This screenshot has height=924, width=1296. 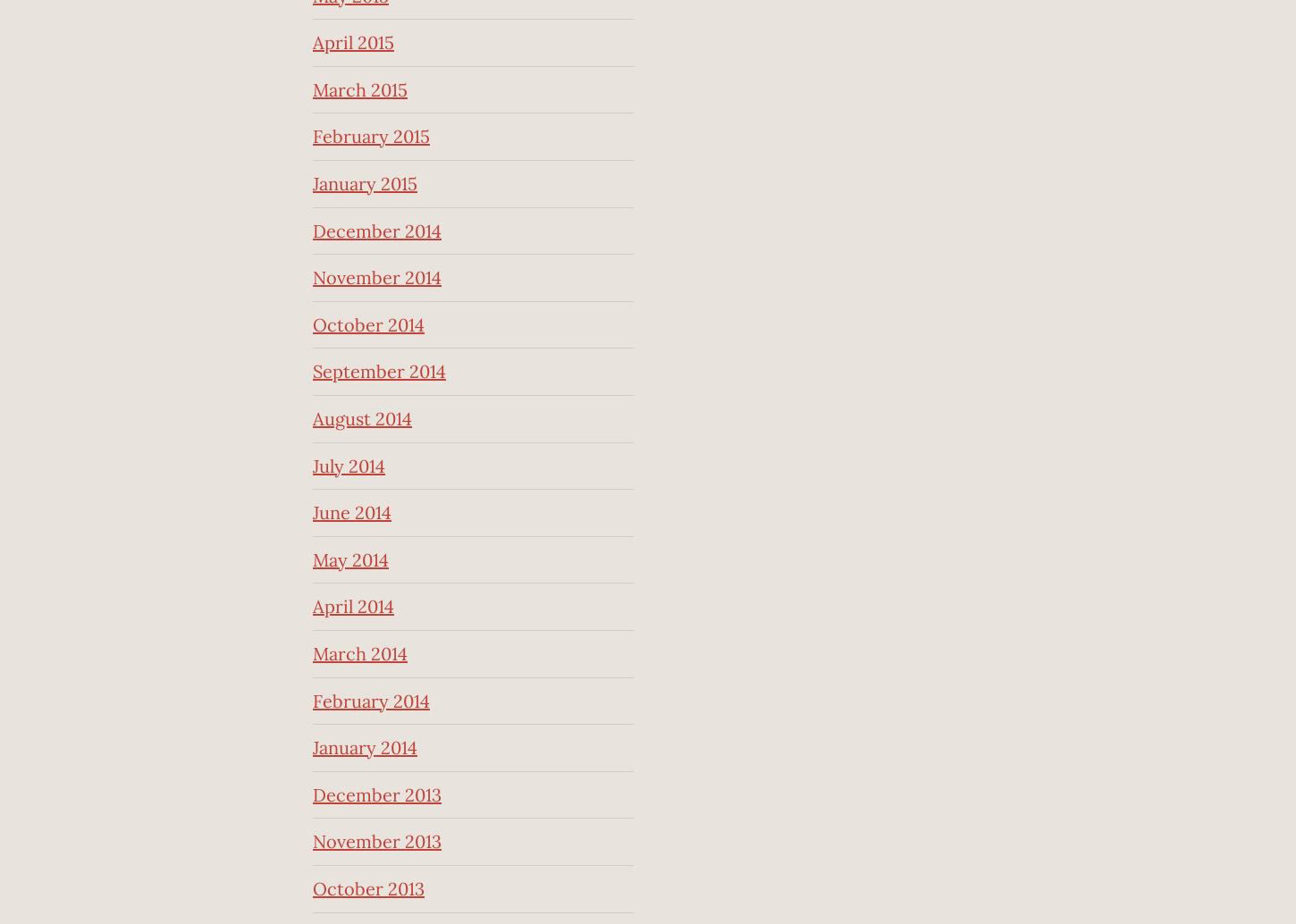 What do you see at coordinates (378, 370) in the screenshot?
I see `'September 2014'` at bounding box center [378, 370].